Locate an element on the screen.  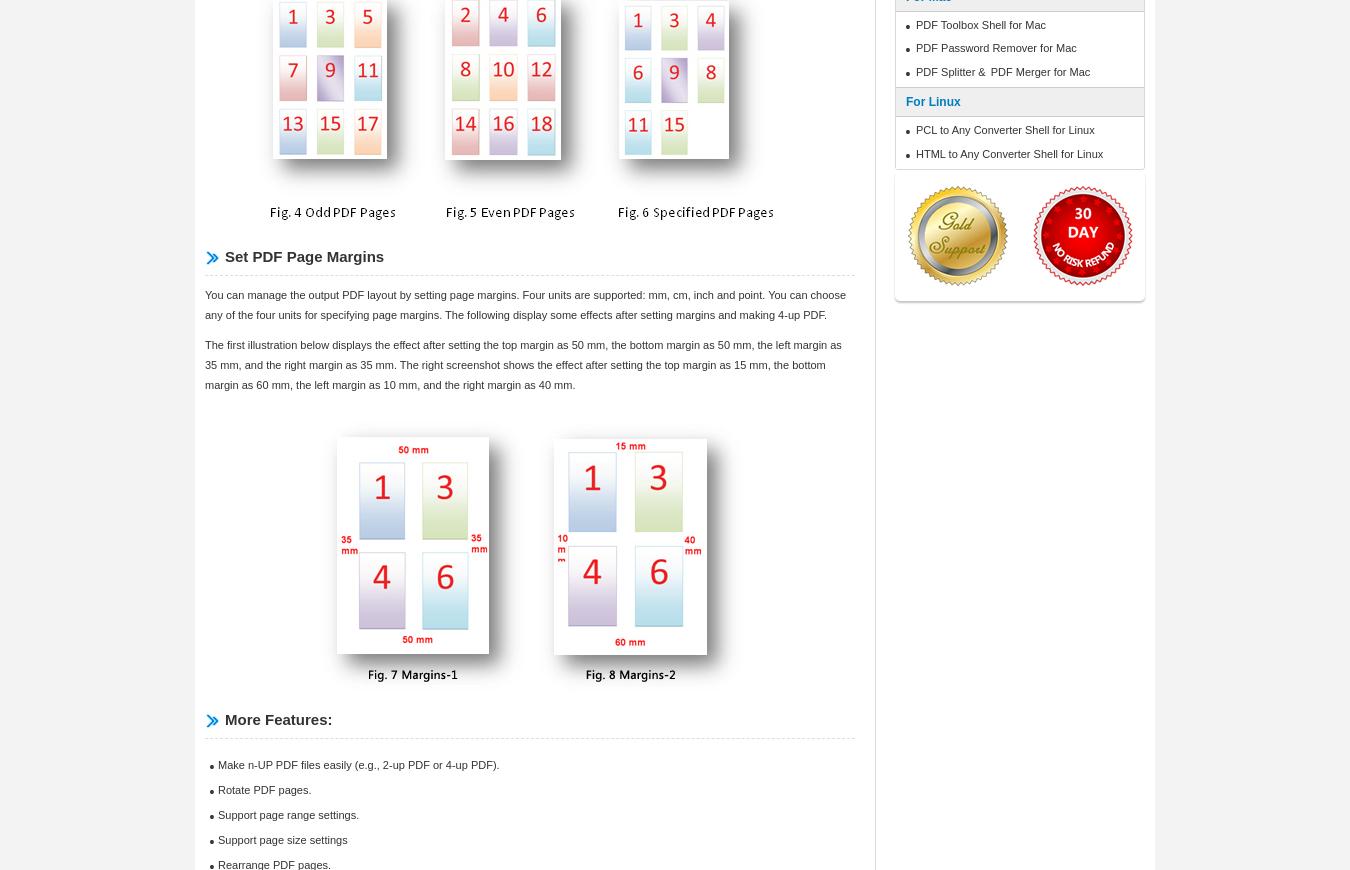
'Rotate PDF pages.' is located at coordinates (263, 789).